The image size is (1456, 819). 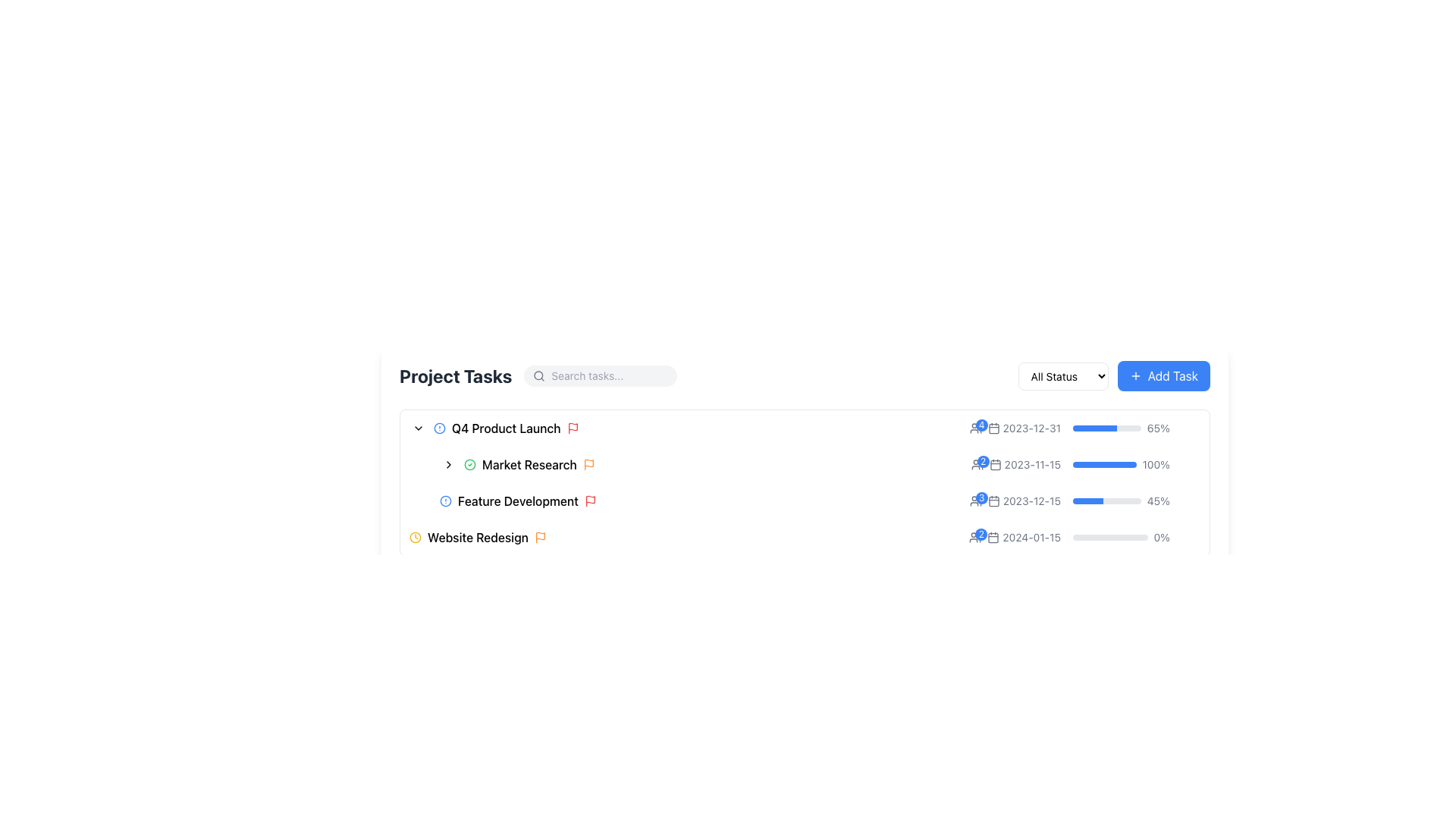 I want to click on the text element indicating the percentage completion of a task, located to the right of the progress bar, so click(x=1161, y=537).